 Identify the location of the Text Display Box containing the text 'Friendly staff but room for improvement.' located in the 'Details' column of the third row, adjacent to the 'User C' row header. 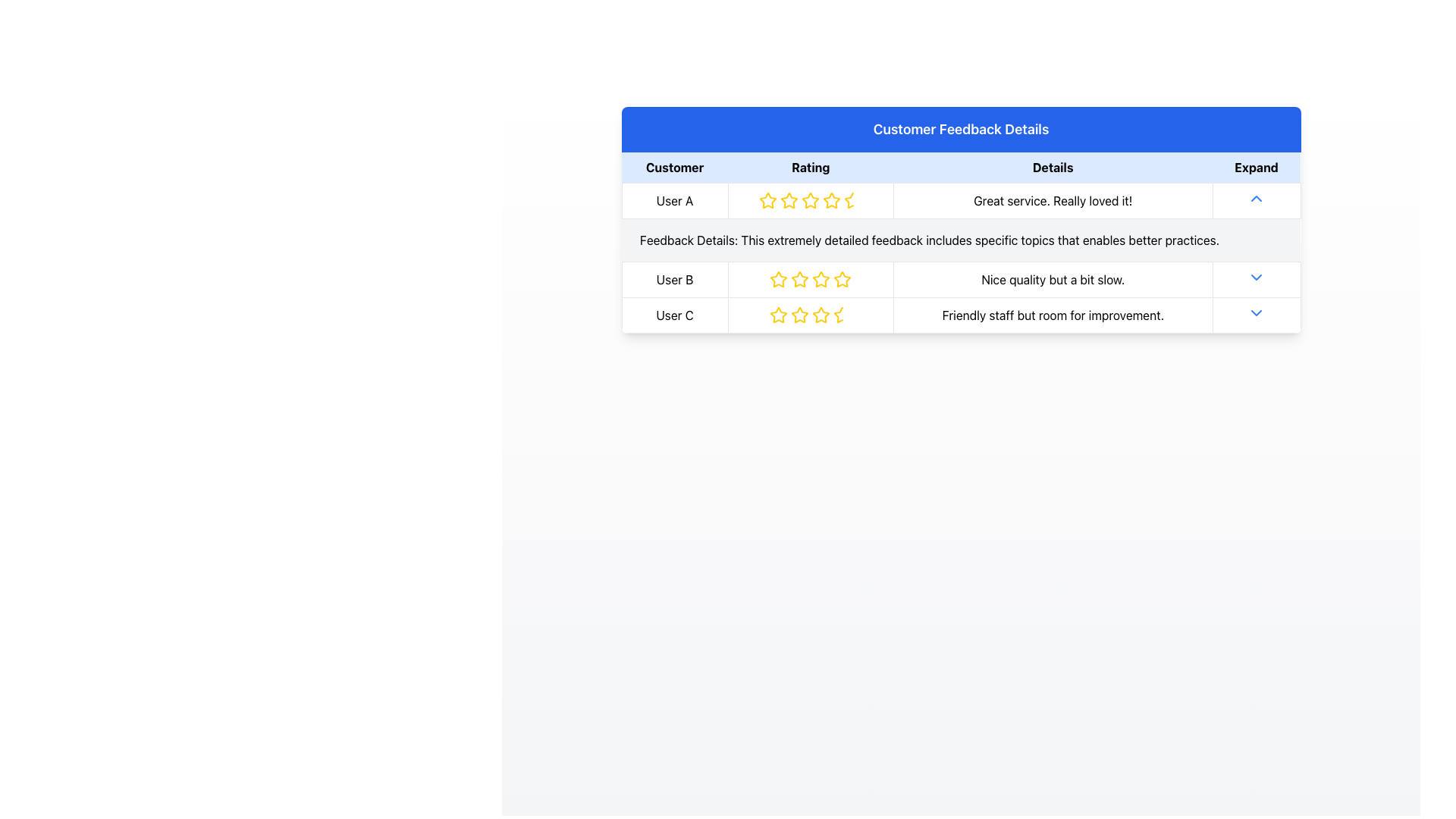
(1052, 315).